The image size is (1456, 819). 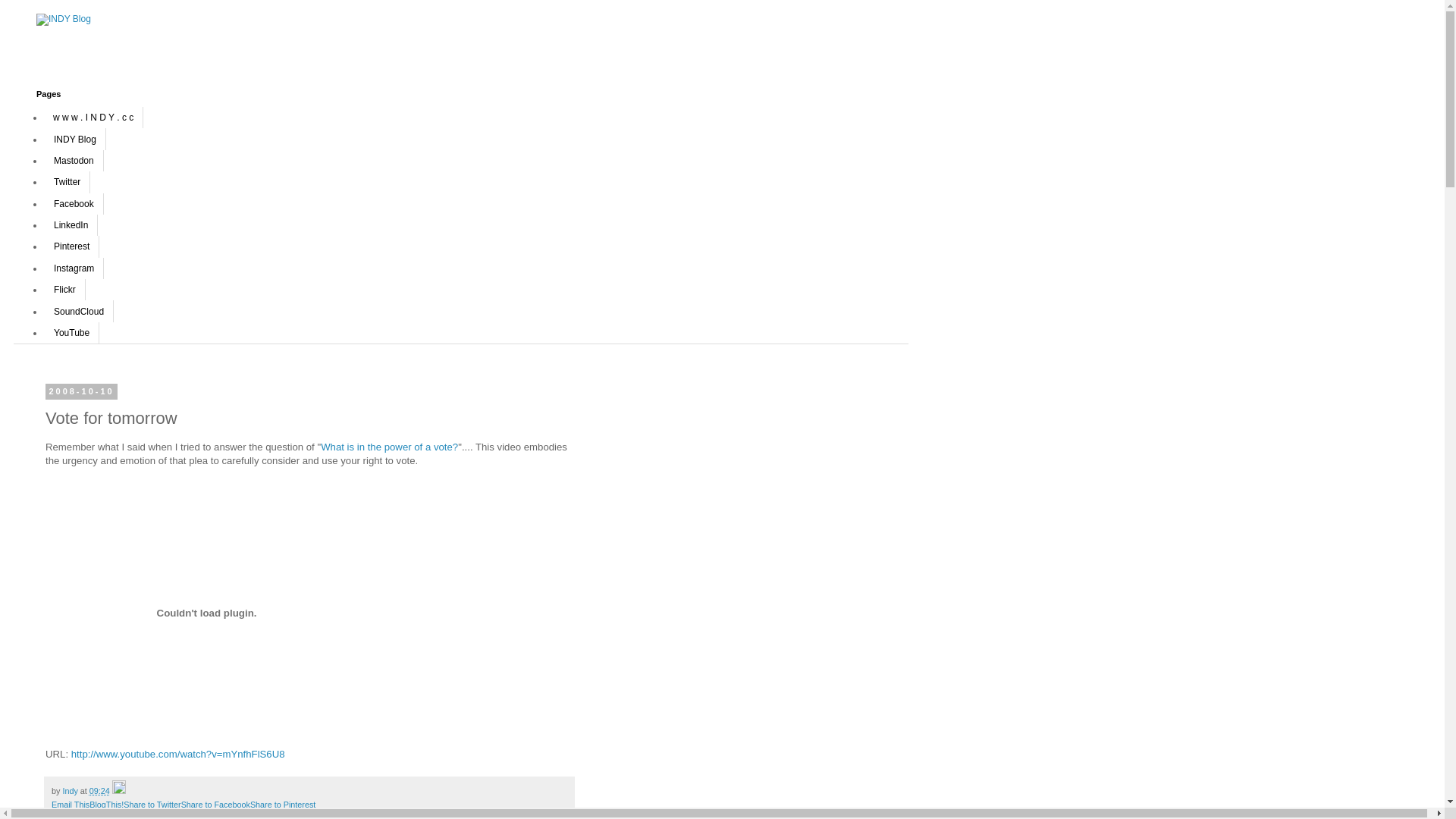 What do you see at coordinates (178, 754) in the screenshot?
I see `'http://www.youtube.com/watch?v=mYnfhFlS6U8'` at bounding box center [178, 754].